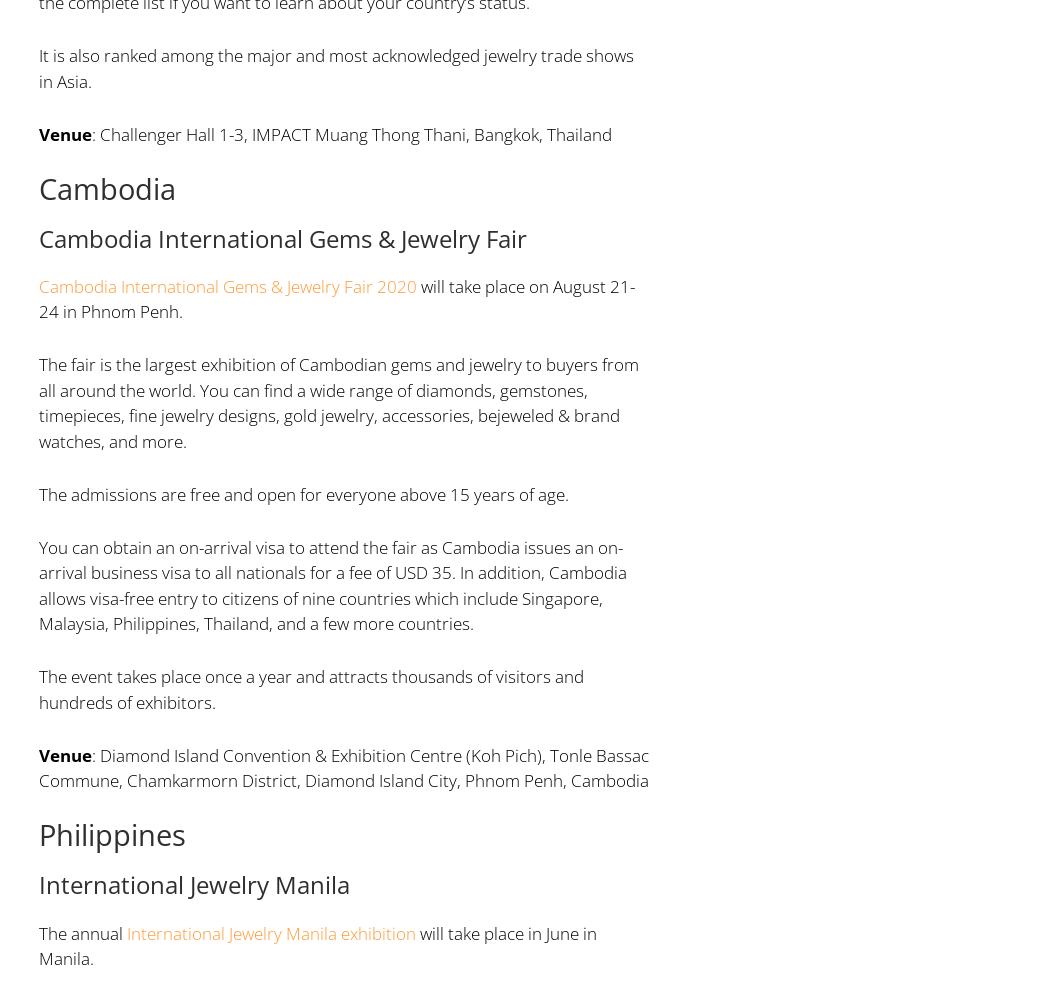  What do you see at coordinates (82, 931) in the screenshot?
I see `'The annual'` at bounding box center [82, 931].